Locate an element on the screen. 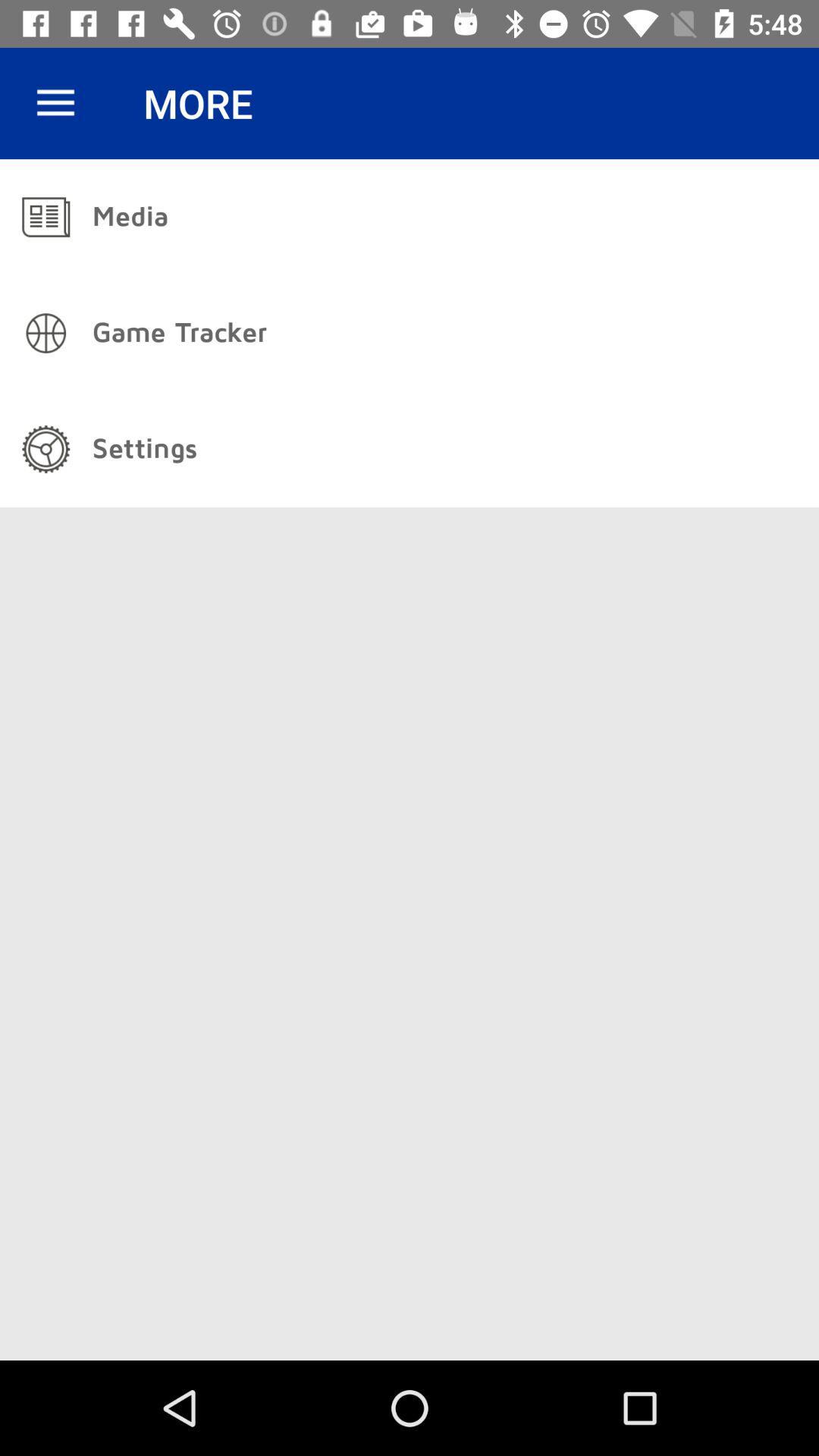  item to the left of the more is located at coordinates (55, 102).